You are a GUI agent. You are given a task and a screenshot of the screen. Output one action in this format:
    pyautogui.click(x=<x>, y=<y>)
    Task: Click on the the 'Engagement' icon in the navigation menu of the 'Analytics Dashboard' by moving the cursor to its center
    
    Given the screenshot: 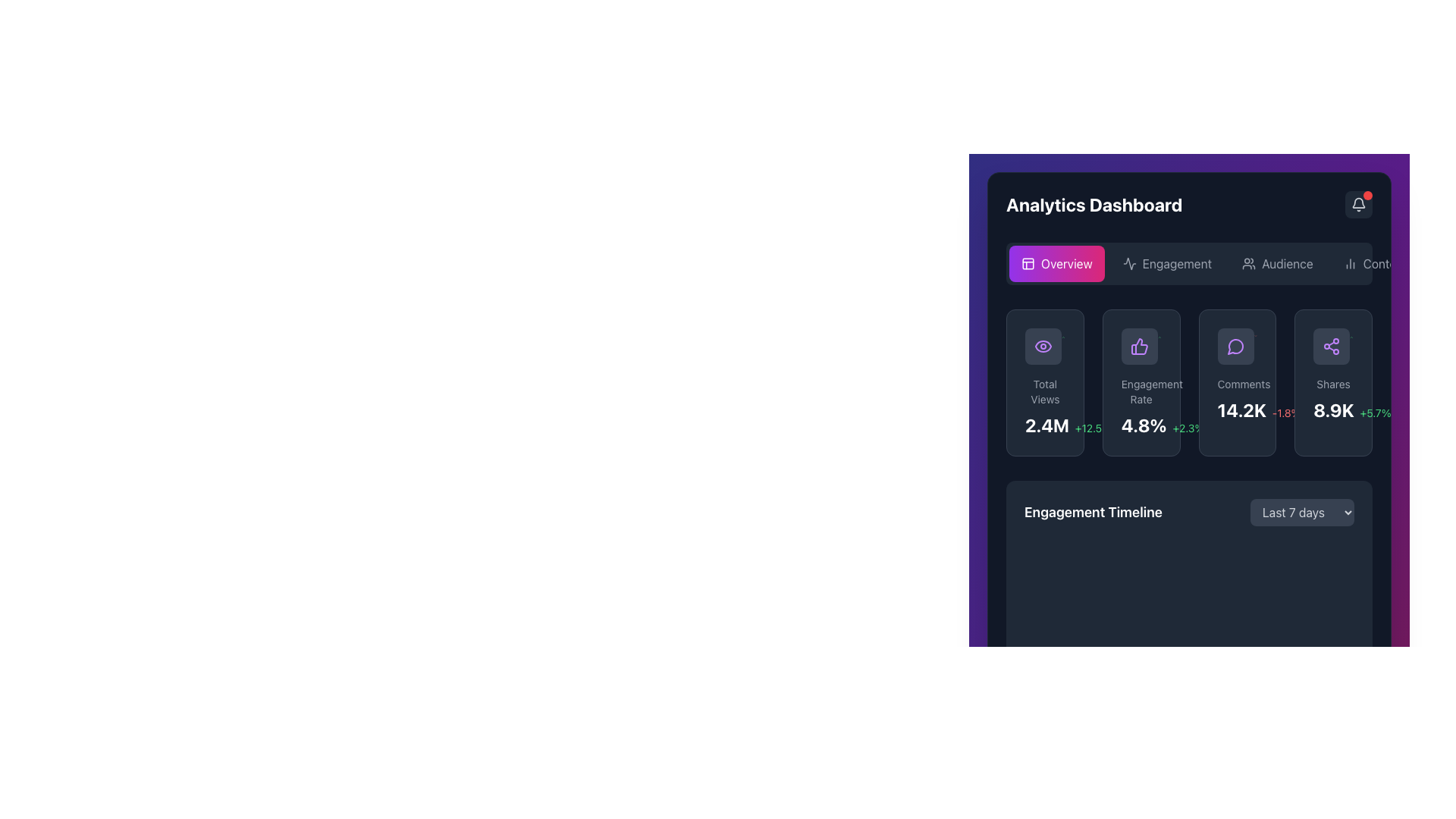 What is the action you would take?
    pyautogui.click(x=1129, y=262)
    